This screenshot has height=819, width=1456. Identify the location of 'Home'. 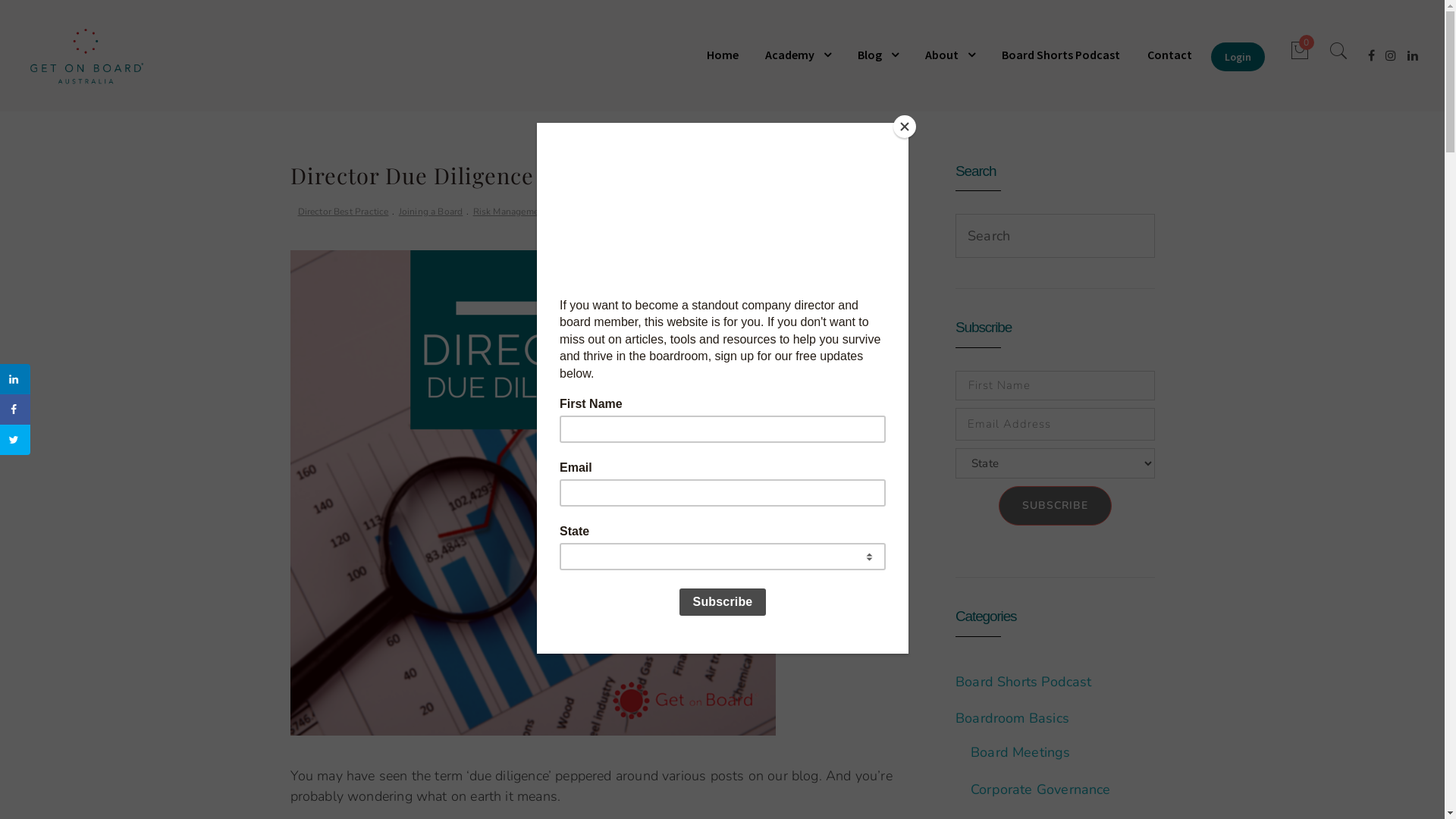
(728, 54).